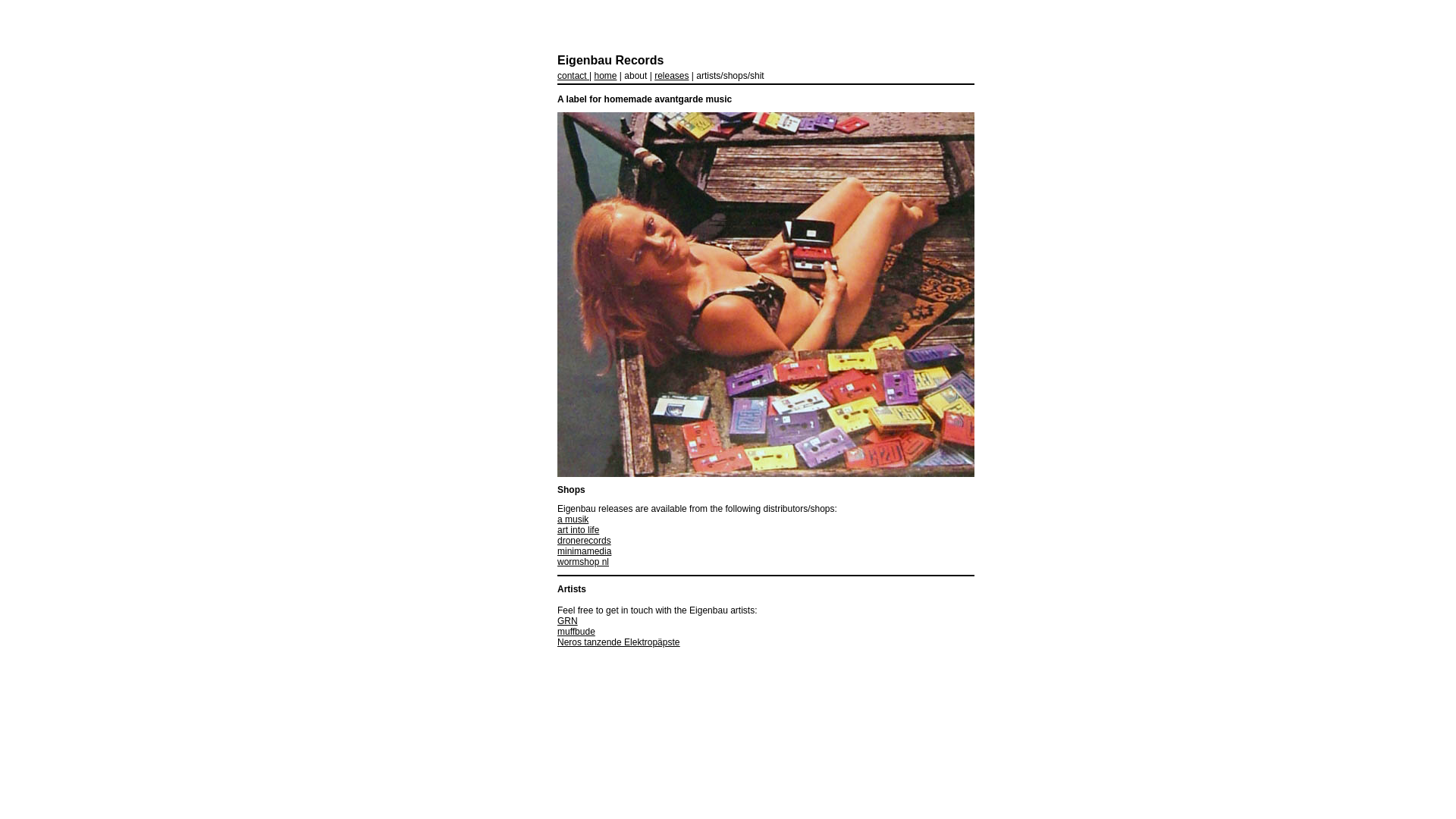  What do you see at coordinates (583, 540) in the screenshot?
I see `'dronerecords'` at bounding box center [583, 540].